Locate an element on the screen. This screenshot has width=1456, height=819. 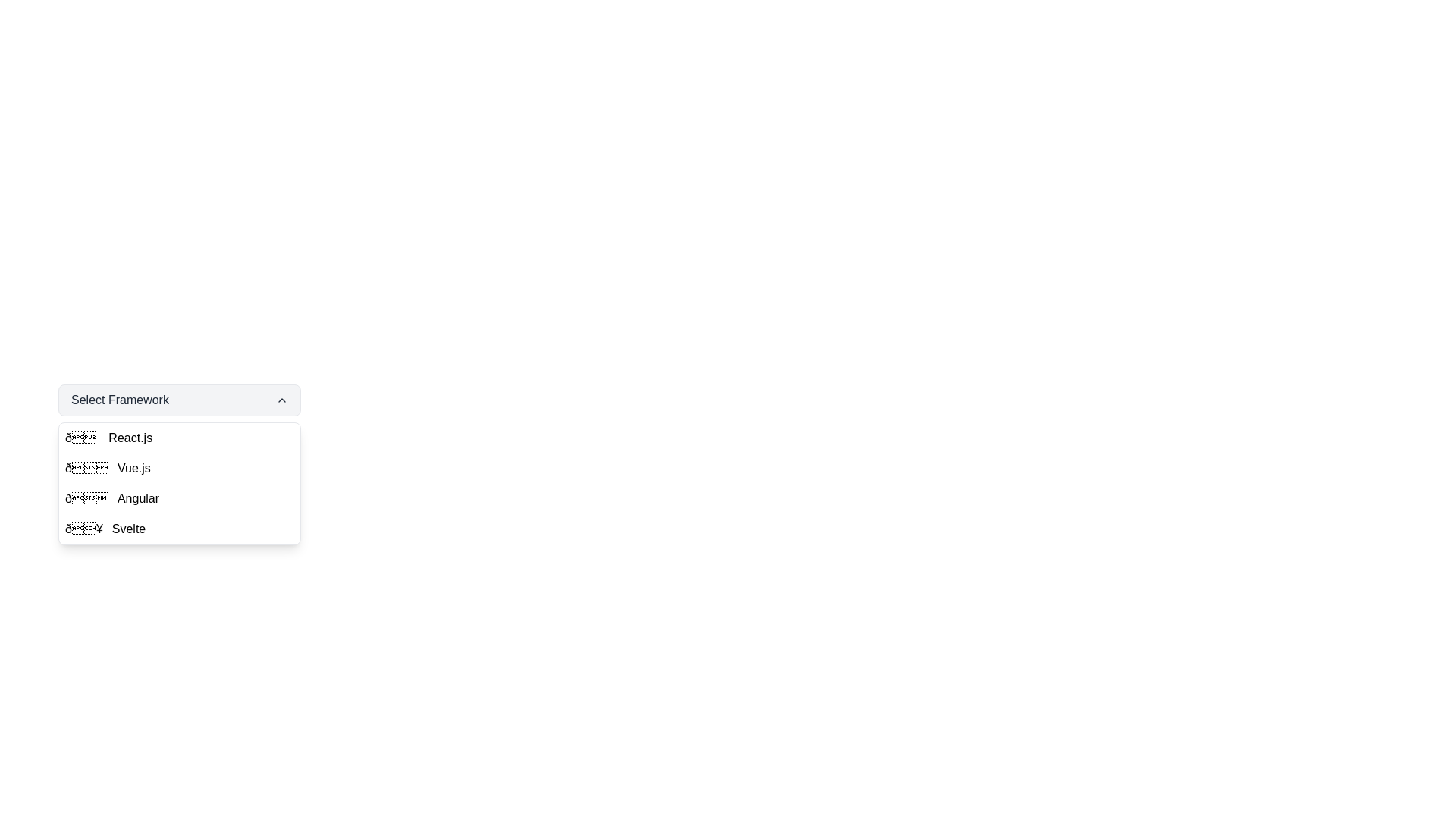
the 'Angular' menu item in the dropdown list is located at coordinates (179, 499).